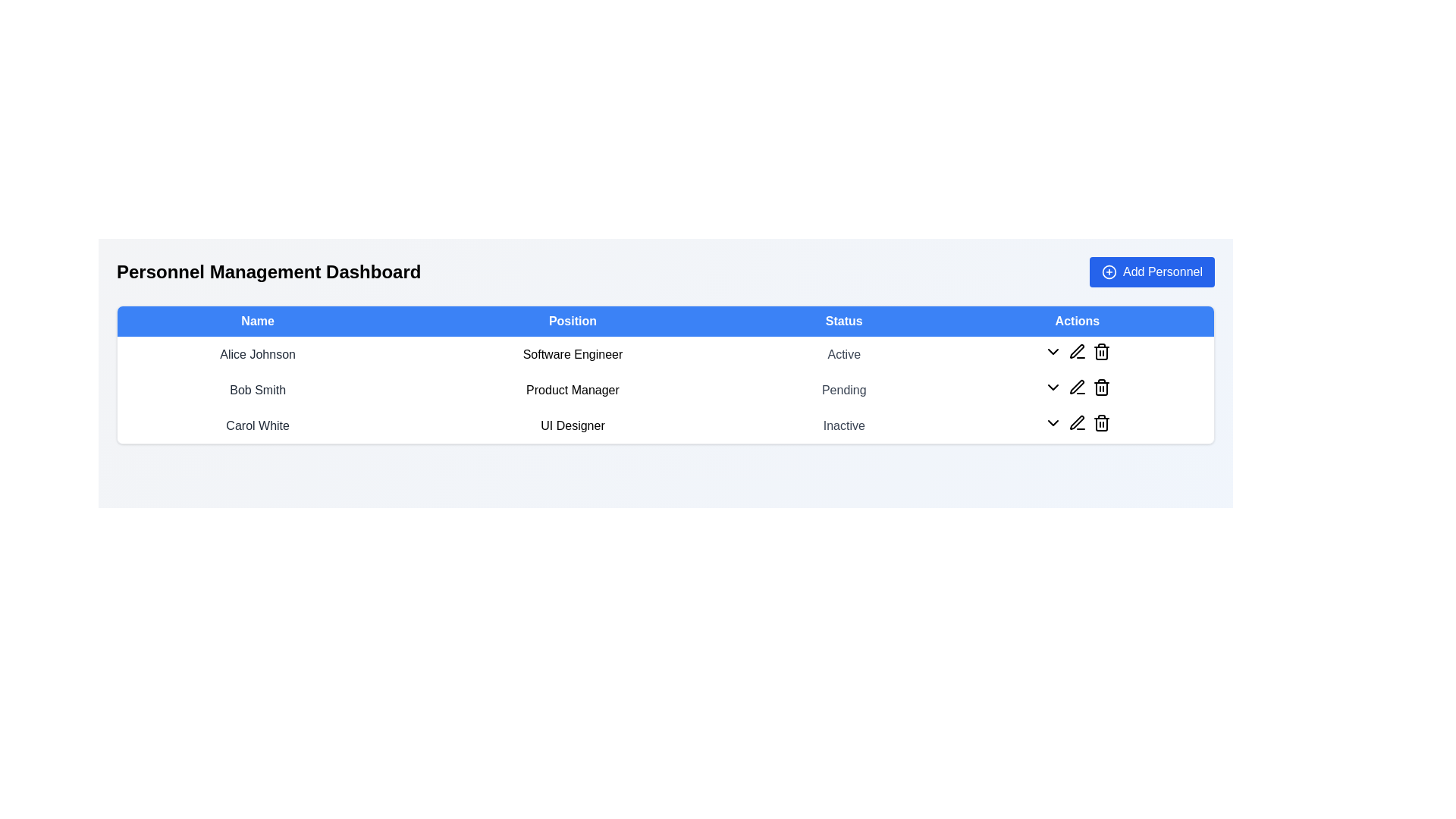  What do you see at coordinates (1076, 386) in the screenshot?
I see `the edit button located in the 'Actions' column of the 'Pending' row in the table to modify the associated entry` at bounding box center [1076, 386].